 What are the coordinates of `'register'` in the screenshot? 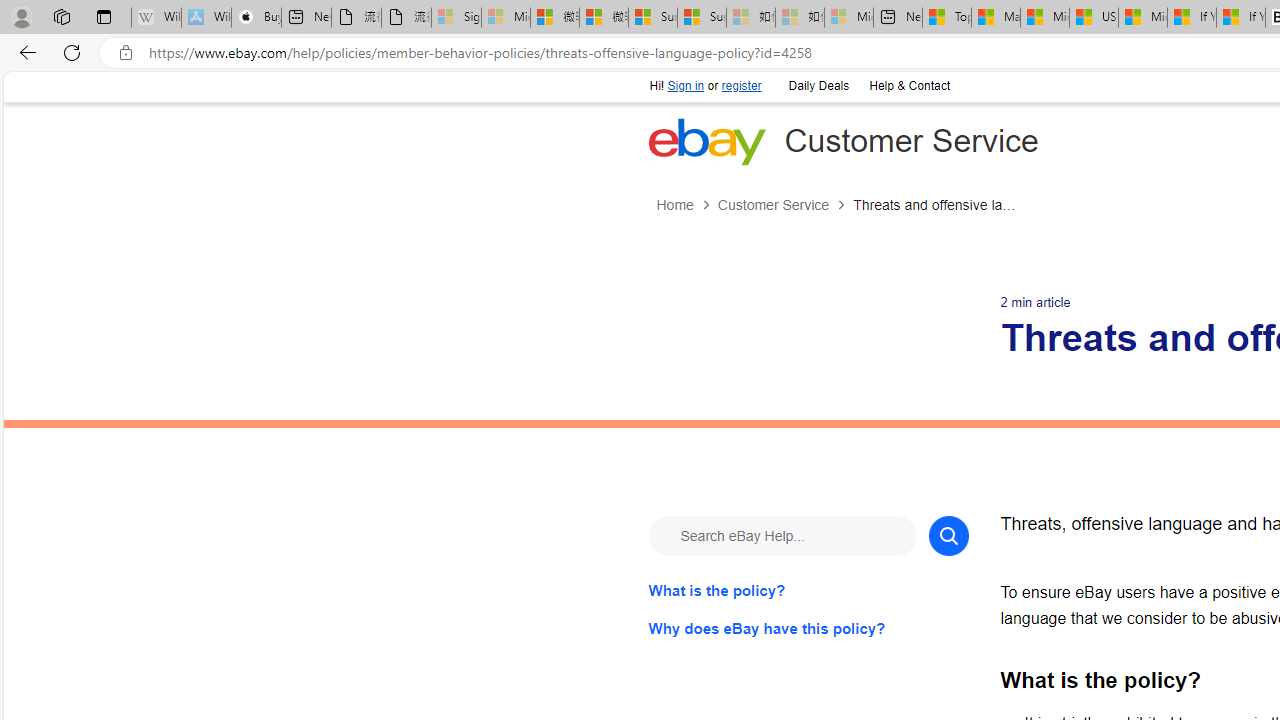 It's located at (740, 85).